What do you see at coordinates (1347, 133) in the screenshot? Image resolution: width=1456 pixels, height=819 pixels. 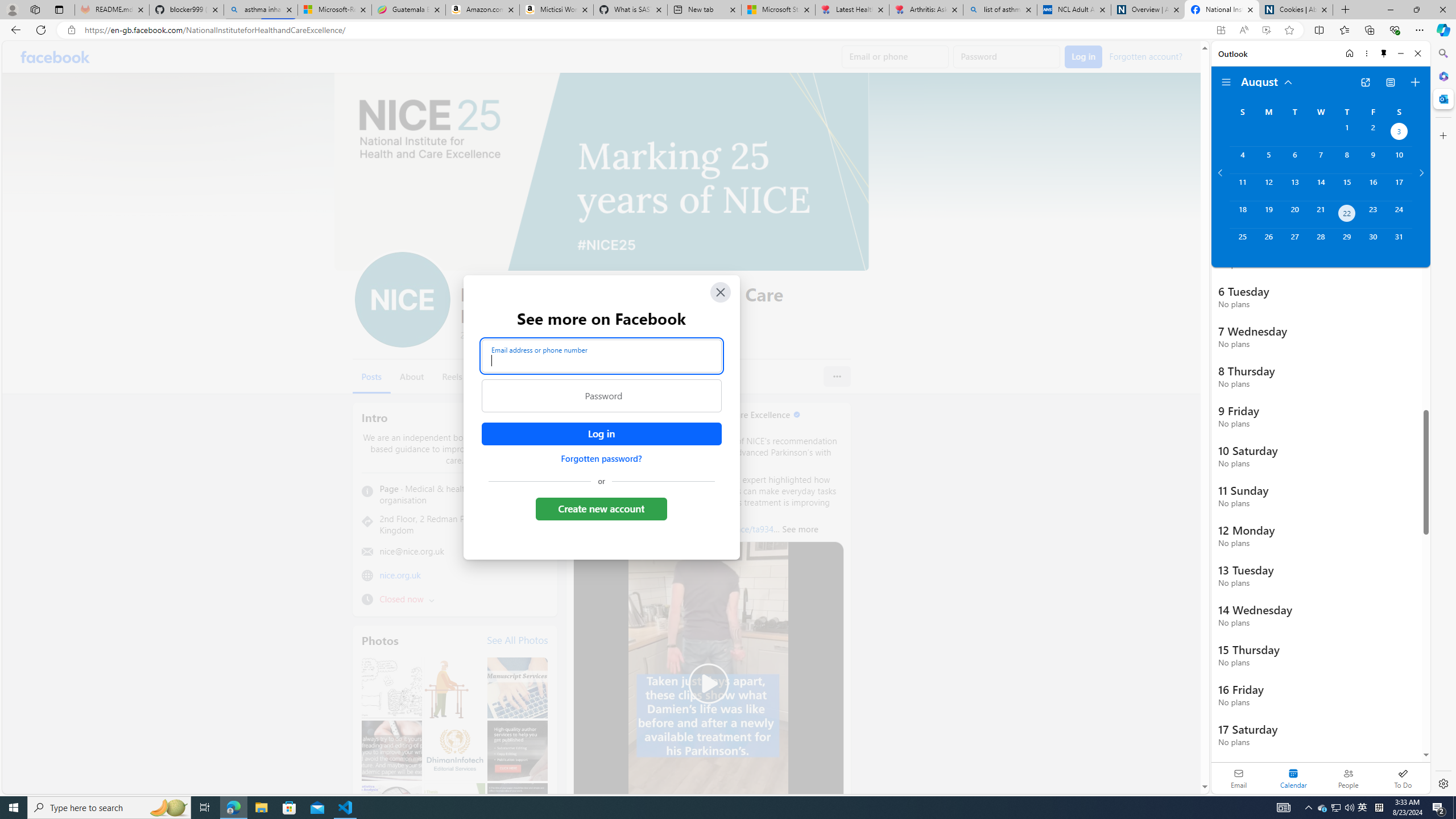 I see `'Thursday, August 1, 2024. '` at bounding box center [1347, 133].